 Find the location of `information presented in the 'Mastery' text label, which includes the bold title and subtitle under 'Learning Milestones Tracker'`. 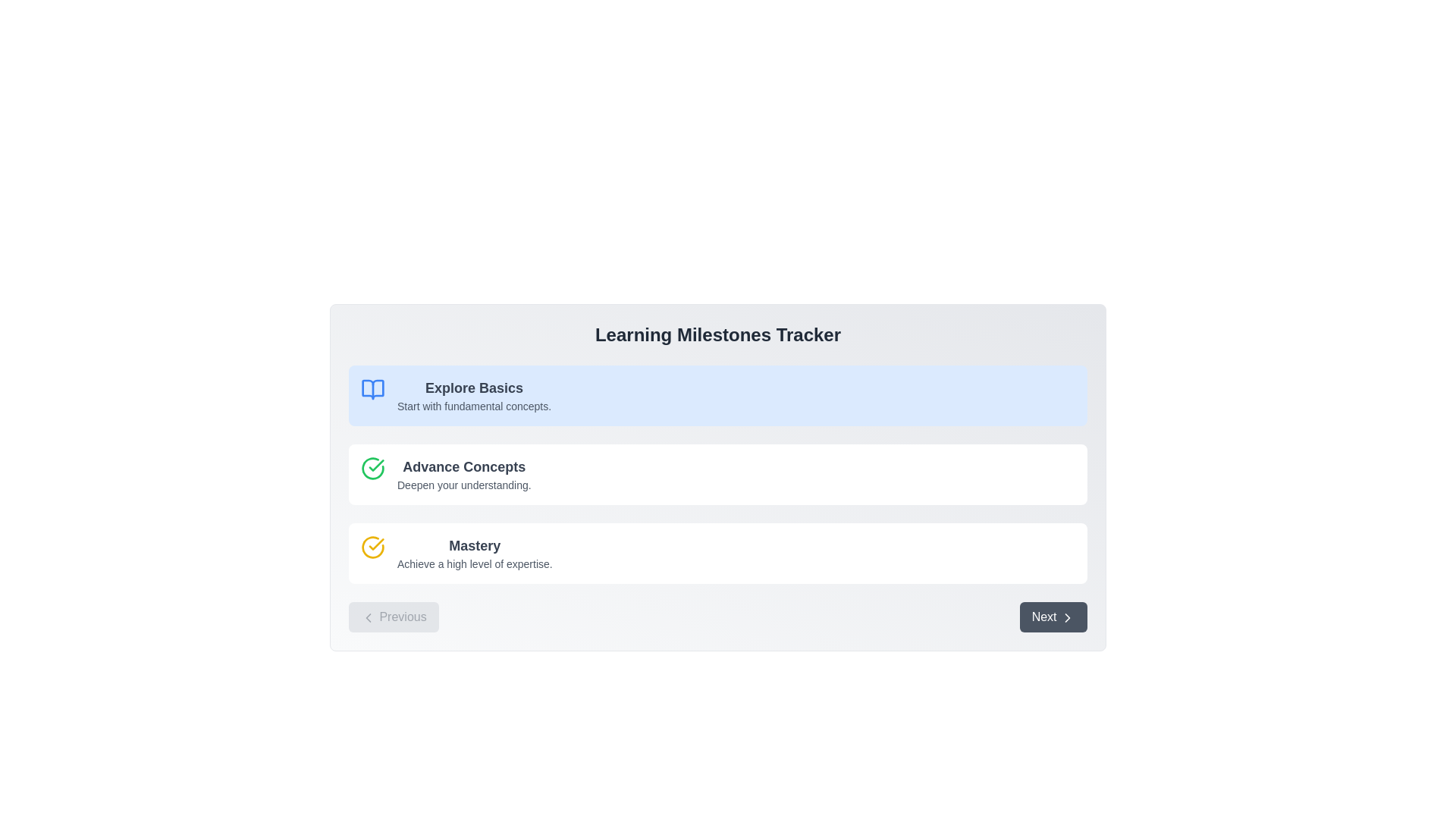

information presented in the 'Mastery' text label, which includes the bold title and subtitle under 'Learning Milestones Tracker' is located at coordinates (474, 553).